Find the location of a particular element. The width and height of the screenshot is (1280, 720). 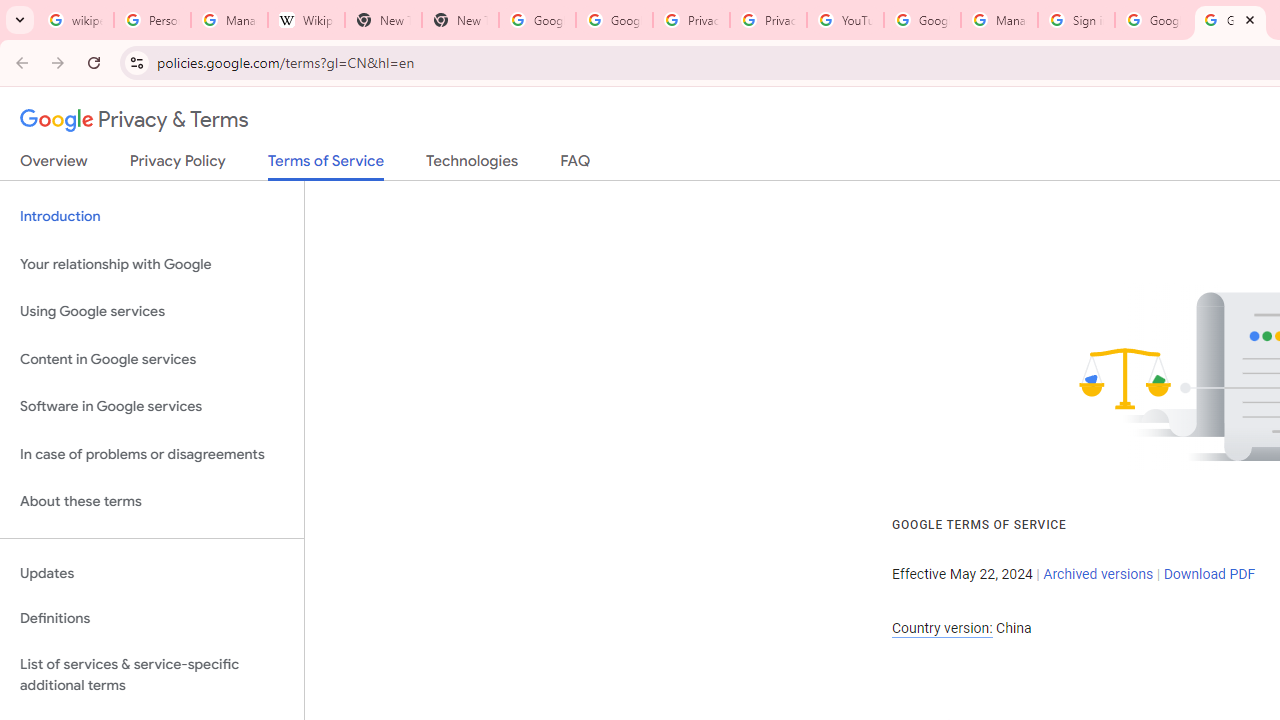

'Privacy Policy' is located at coordinates (177, 164).